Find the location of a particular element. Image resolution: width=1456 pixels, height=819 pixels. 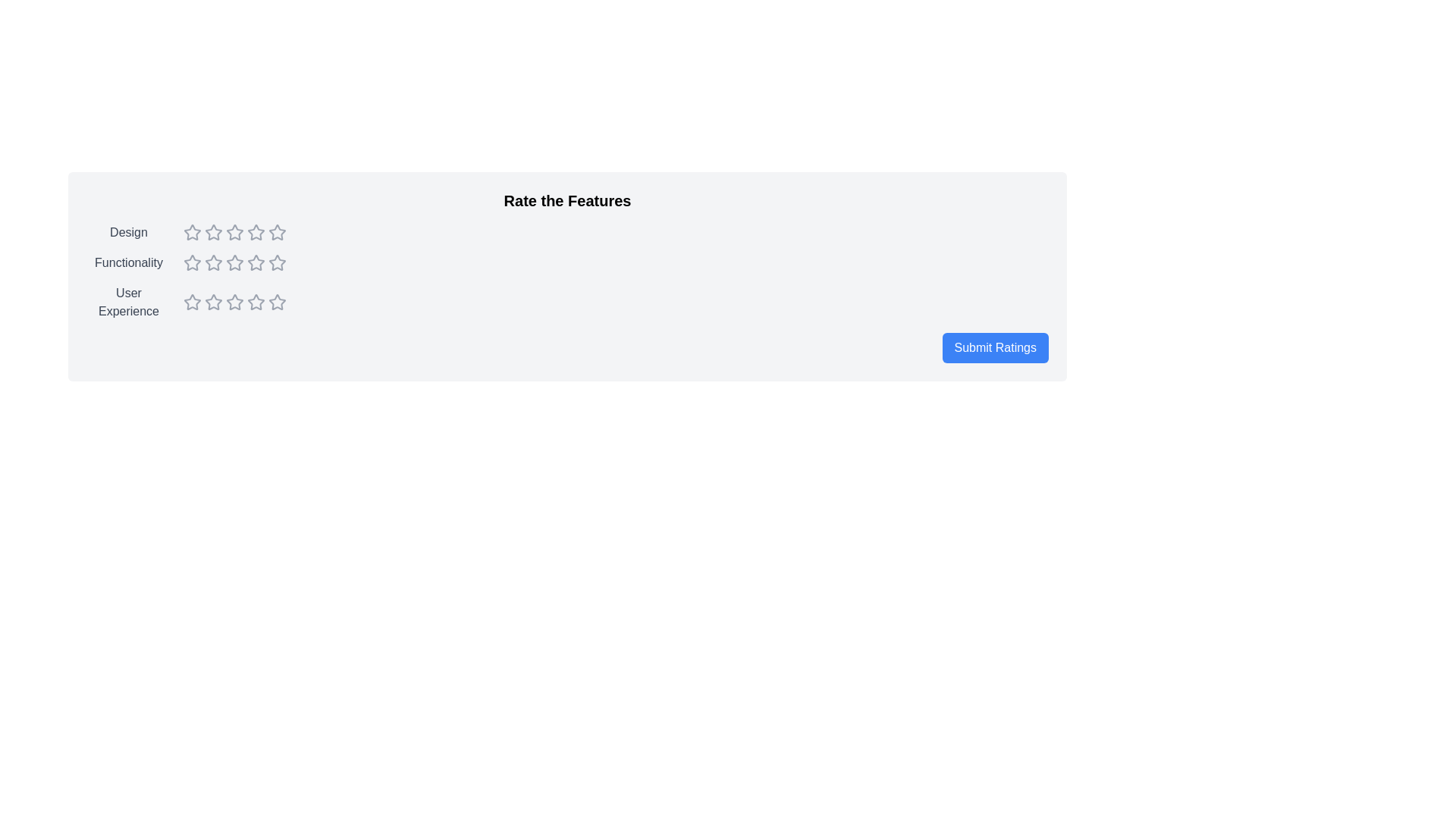

the third star-shaped Rating Icon in the User Experience rating category is located at coordinates (213, 302).